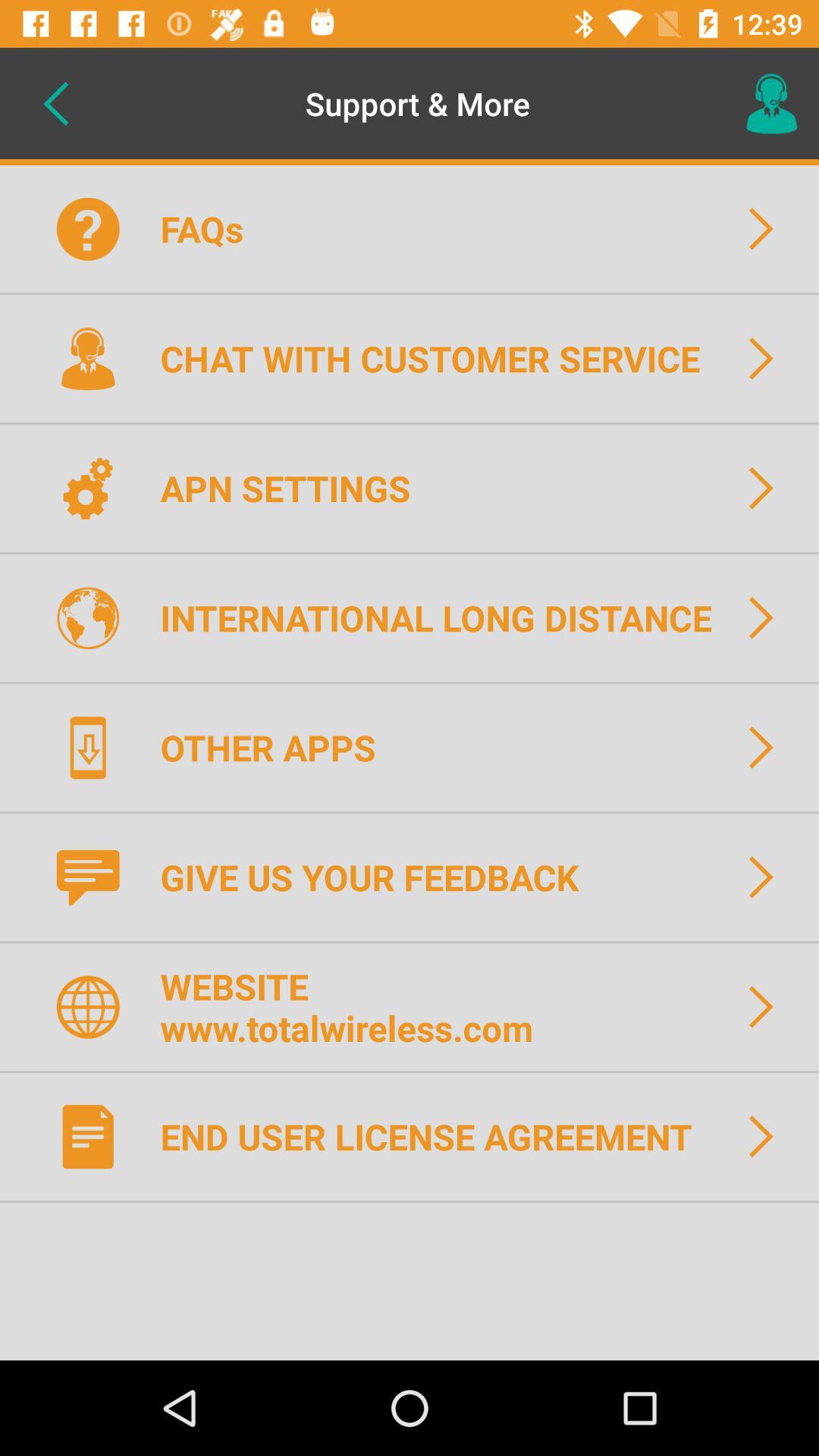  What do you see at coordinates (278, 747) in the screenshot?
I see `other apps` at bounding box center [278, 747].